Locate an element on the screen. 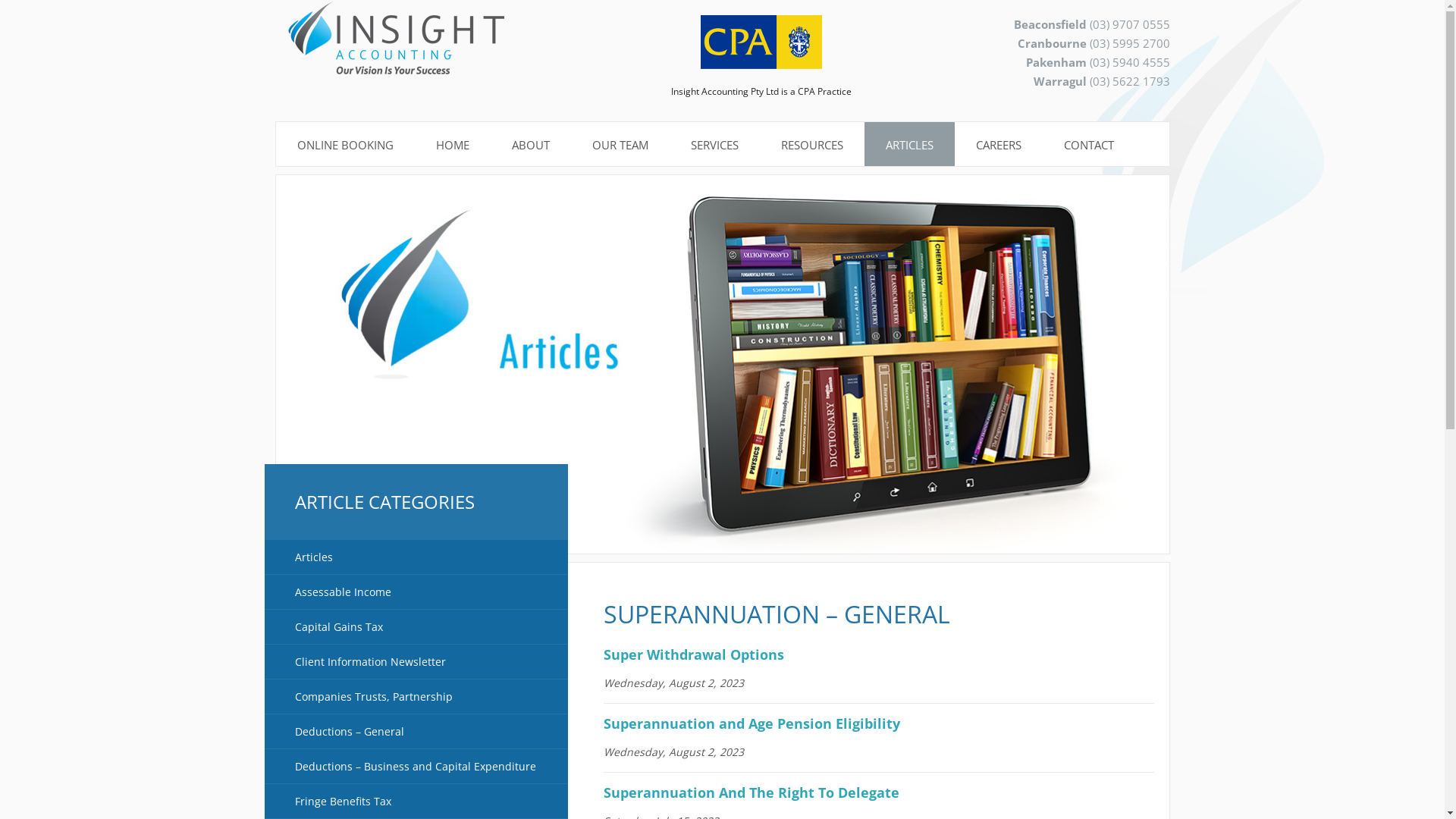 This screenshot has height=819, width=1456. 'CAREERS' is located at coordinates (952, 145).